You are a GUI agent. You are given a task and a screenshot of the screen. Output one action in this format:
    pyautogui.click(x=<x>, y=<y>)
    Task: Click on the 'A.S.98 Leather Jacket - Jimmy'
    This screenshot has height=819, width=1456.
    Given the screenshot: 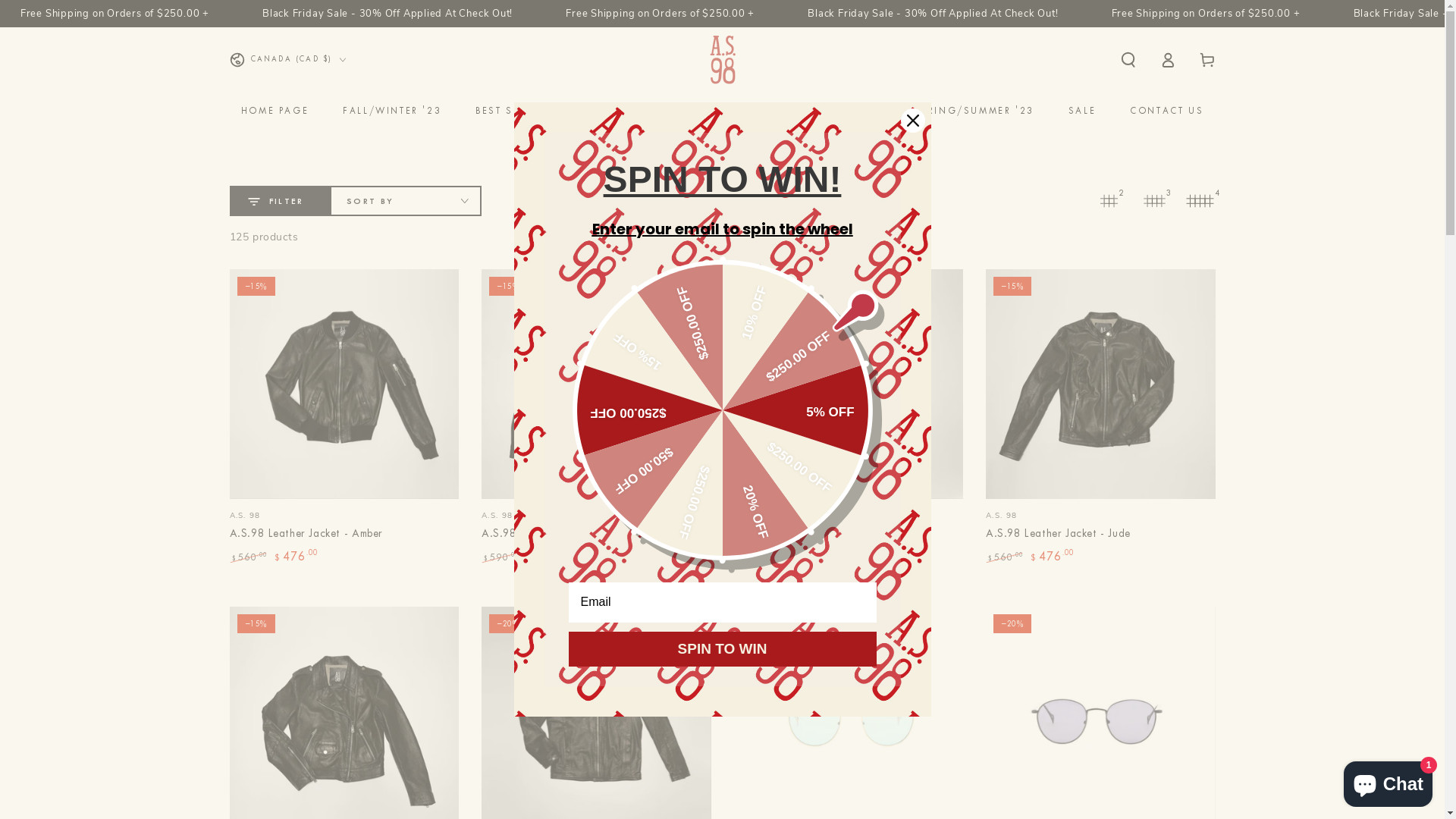 What is the action you would take?
    pyautogui.click(x=734, y=417)
    